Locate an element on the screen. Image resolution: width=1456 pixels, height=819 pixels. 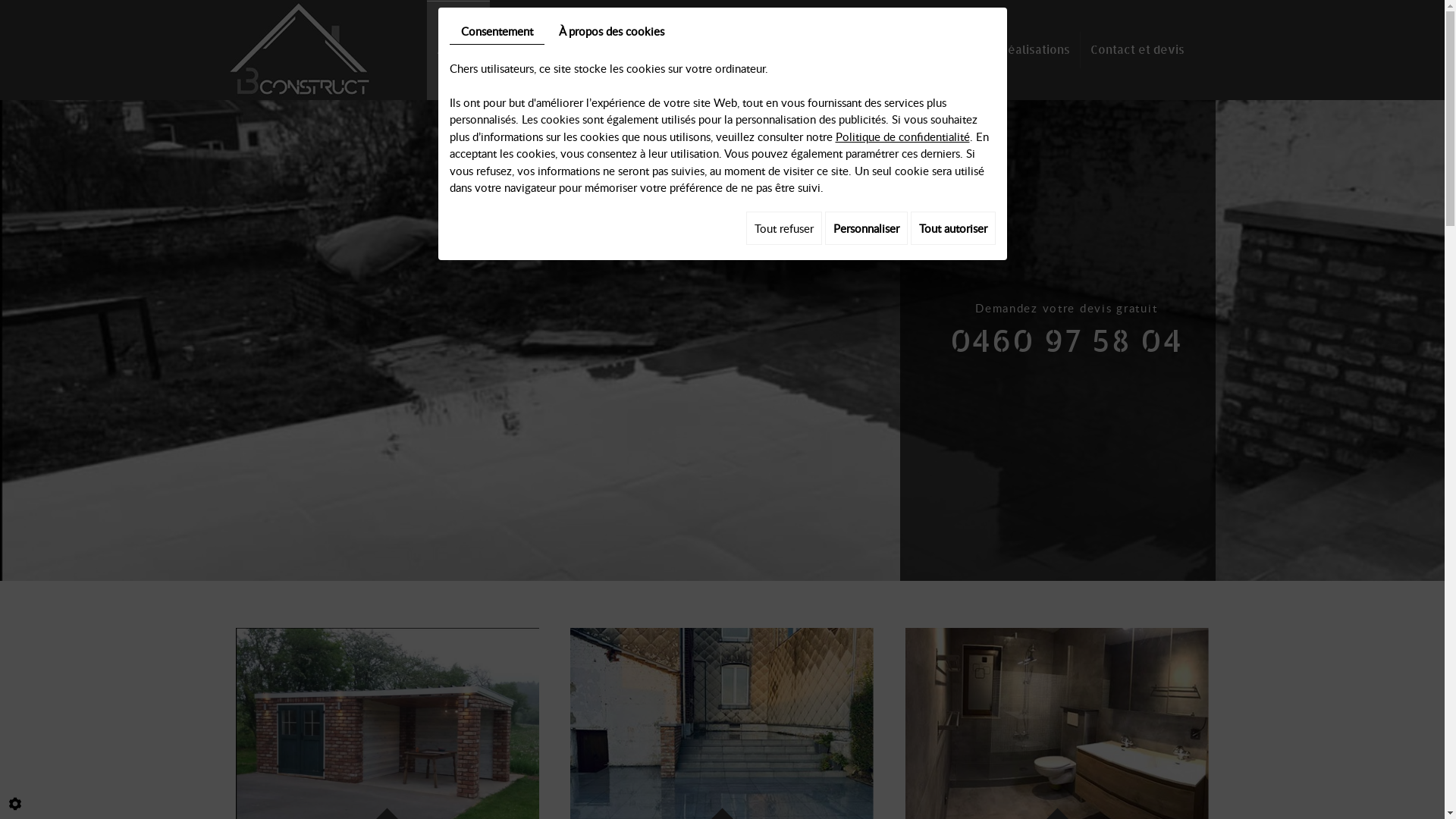
'Contact et devis' is located at coordinates (1136, 49).